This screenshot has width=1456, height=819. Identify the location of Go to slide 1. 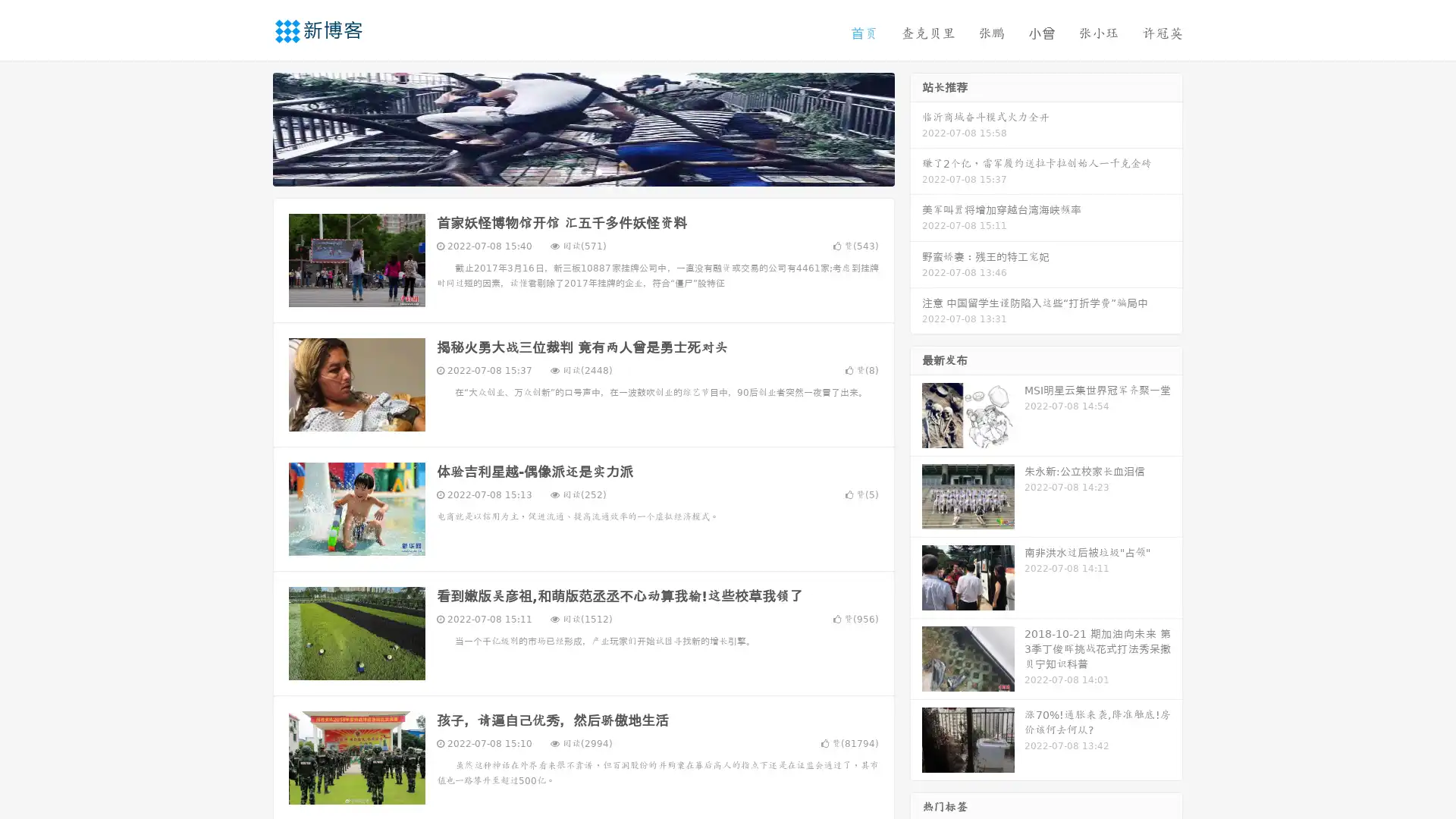
(567, 171).